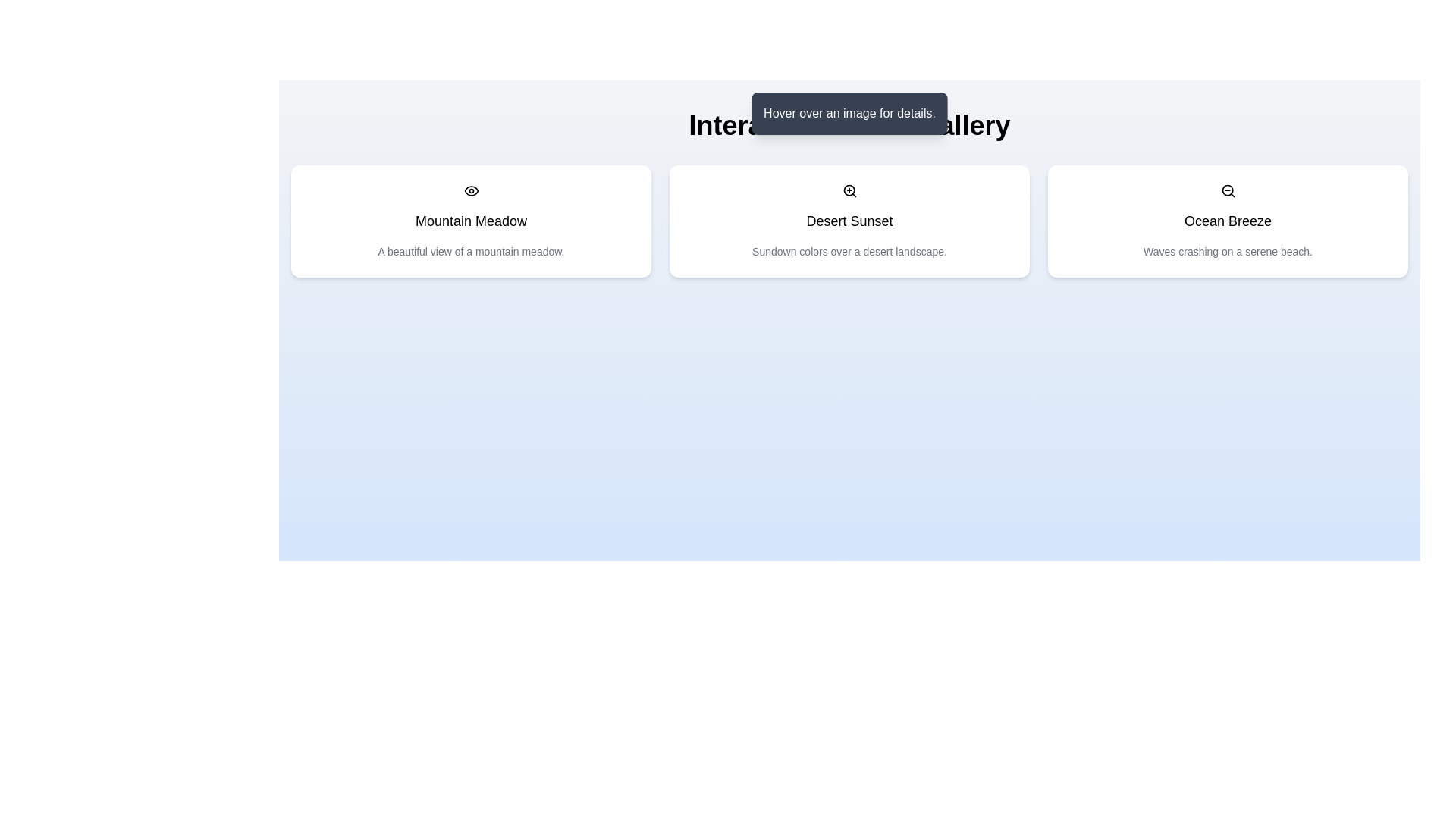 This screenshot has height=819, width=1456. I want to click on the icon of the Card element labeled 'Desert Sunset', which features a magnifying glass icon at its center, so click(849, 221).